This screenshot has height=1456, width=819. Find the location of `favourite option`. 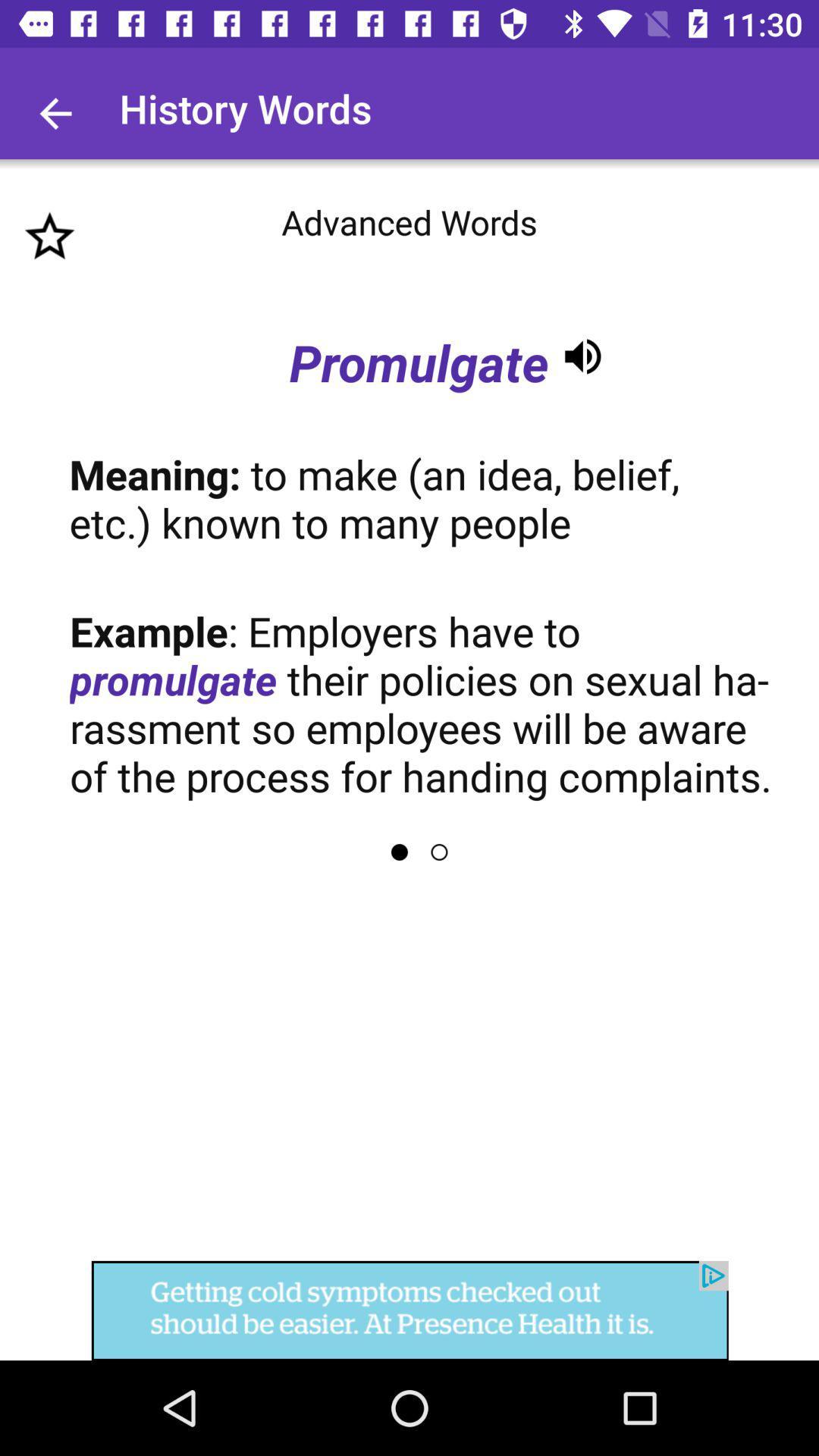

favourite option is located at coordinates (49, 236).